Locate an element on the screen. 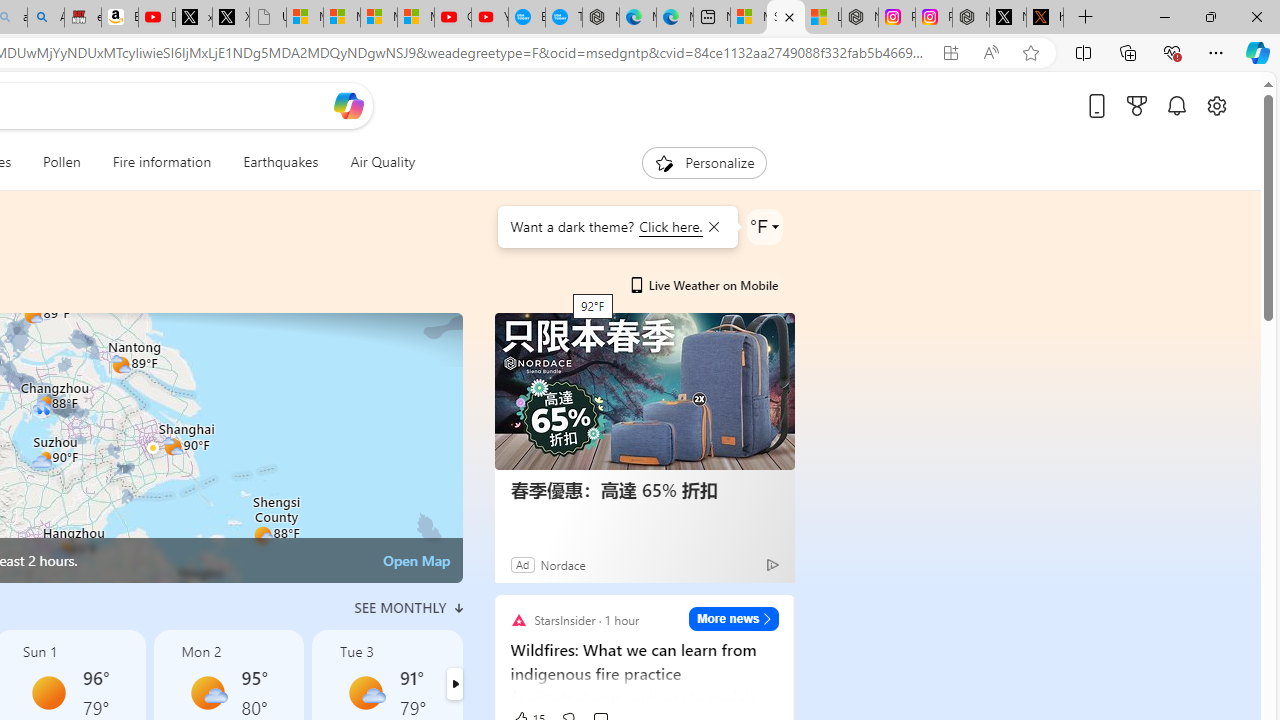  'Weather settings' is located at coordinates (763, 225).